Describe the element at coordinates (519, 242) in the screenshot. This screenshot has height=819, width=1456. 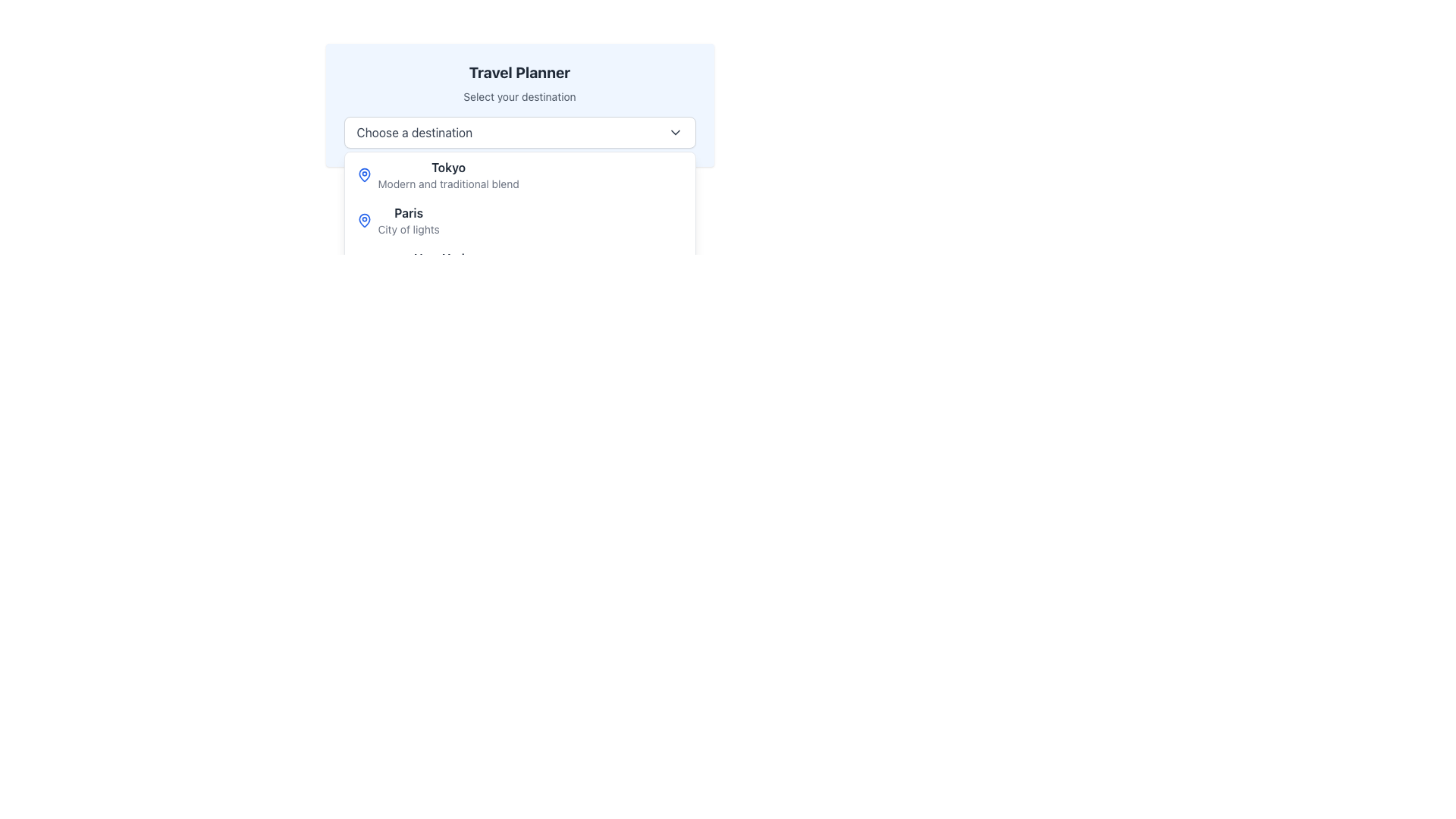
I see `the entry in the dropdown panel` at that location.